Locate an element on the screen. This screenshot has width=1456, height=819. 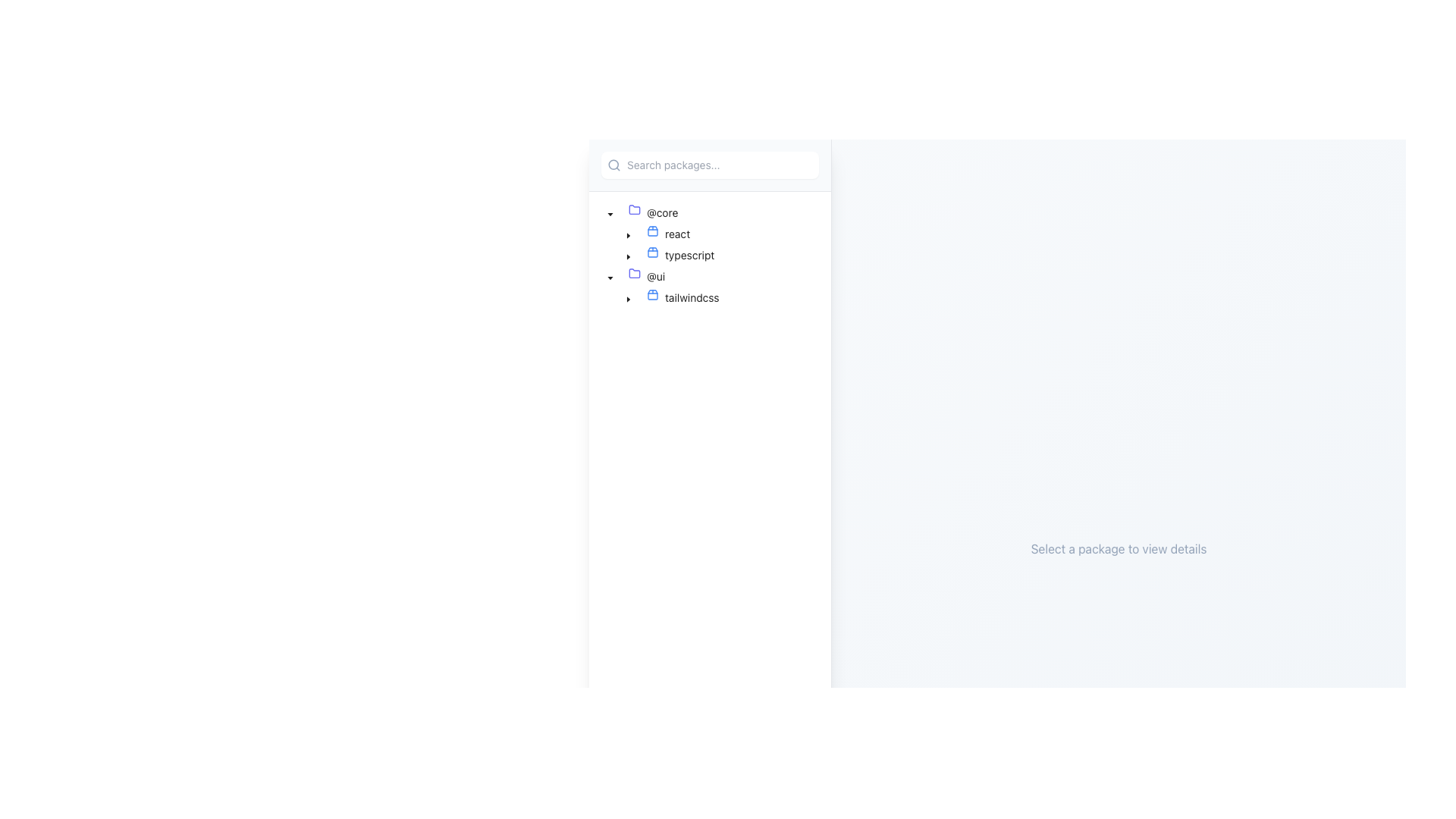
the '@ui' label in the tree view is located at coordinates (655, 275).